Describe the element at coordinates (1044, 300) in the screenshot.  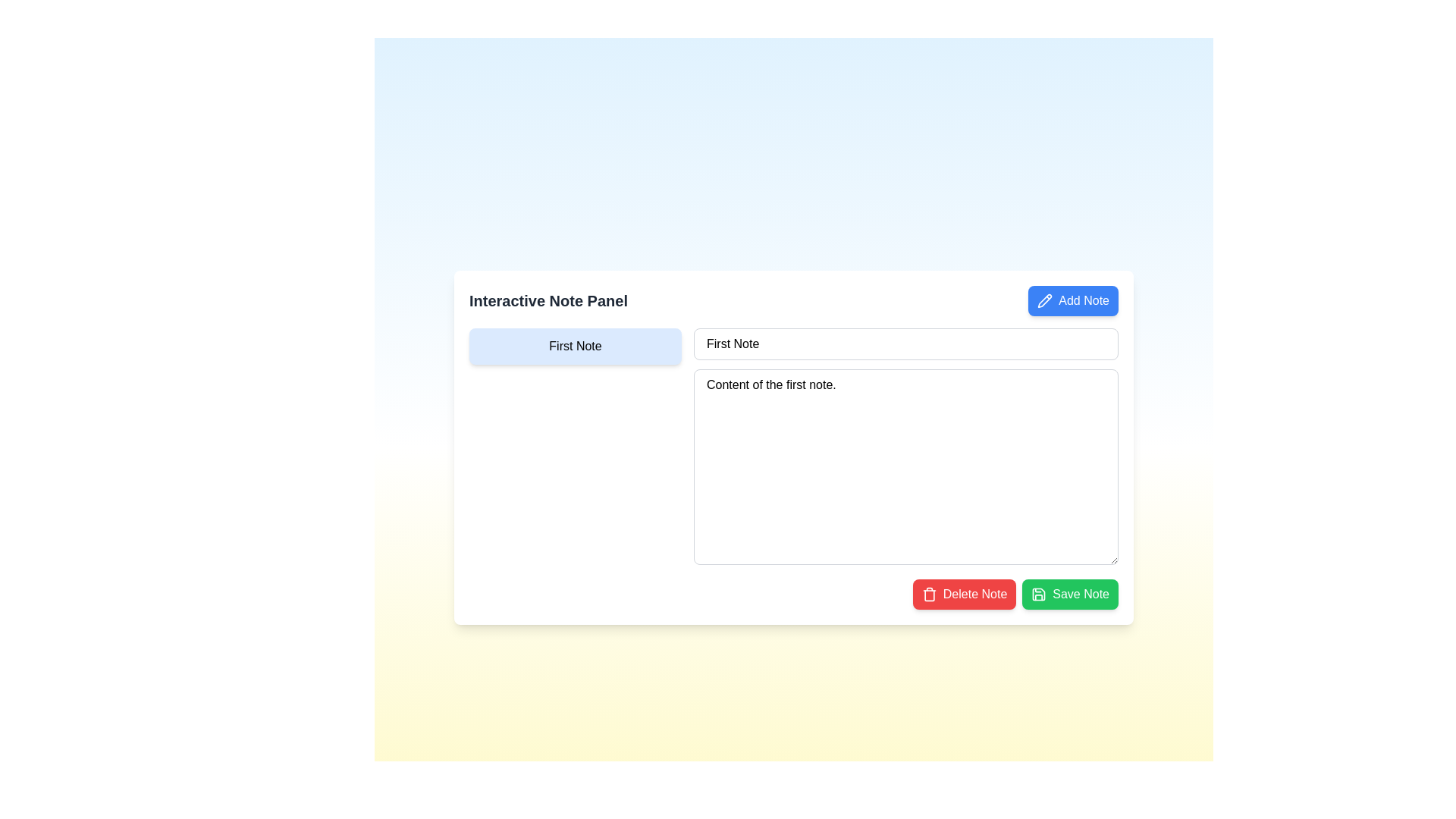
I see `the pencil icon within the 'Add Note' button located at the top-right corner of the note panel` at that location.